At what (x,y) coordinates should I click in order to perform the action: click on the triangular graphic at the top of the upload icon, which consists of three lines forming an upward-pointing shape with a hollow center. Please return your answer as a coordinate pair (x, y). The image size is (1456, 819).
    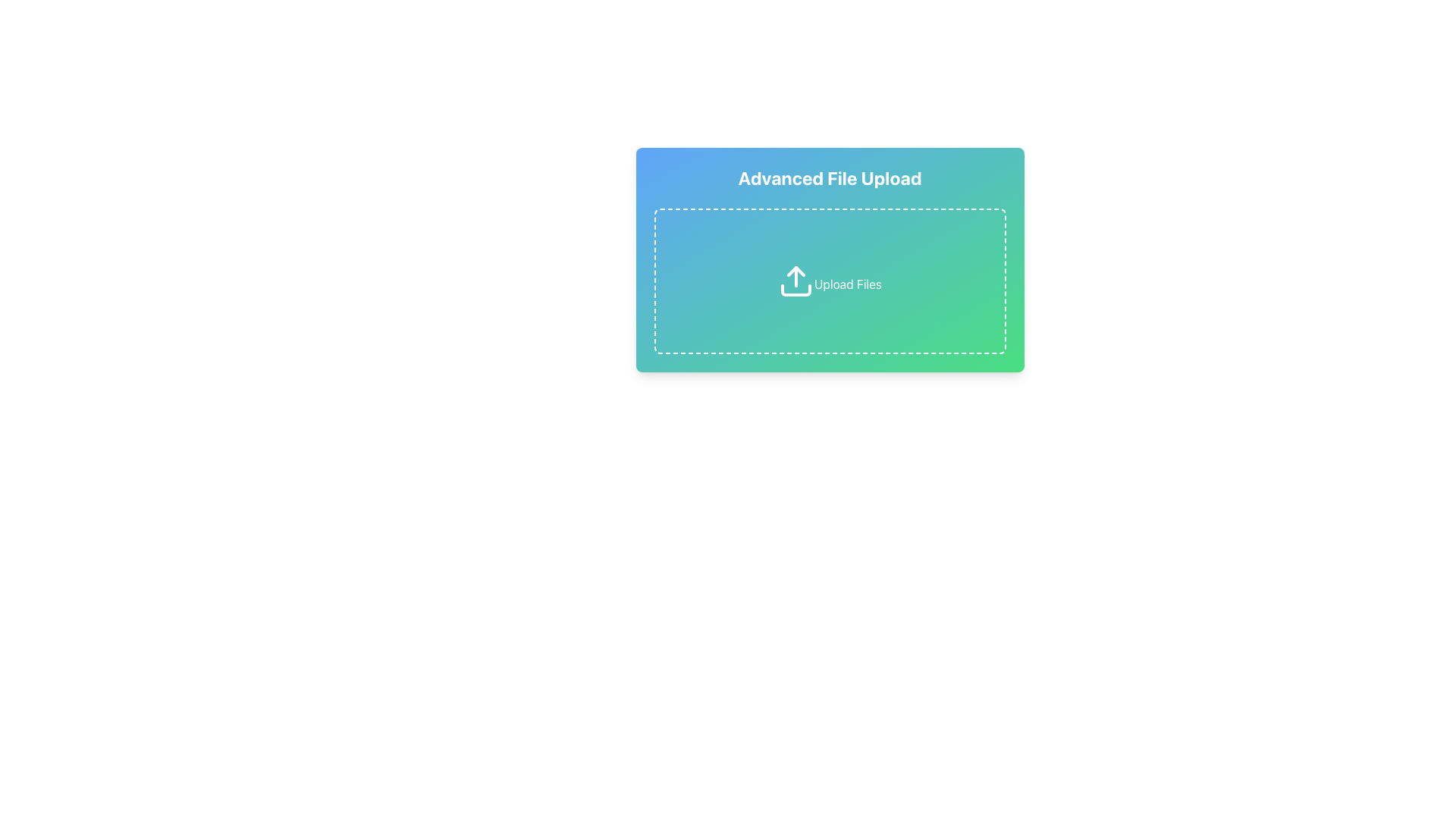
    Looking at the image, I should click on (795, 271).